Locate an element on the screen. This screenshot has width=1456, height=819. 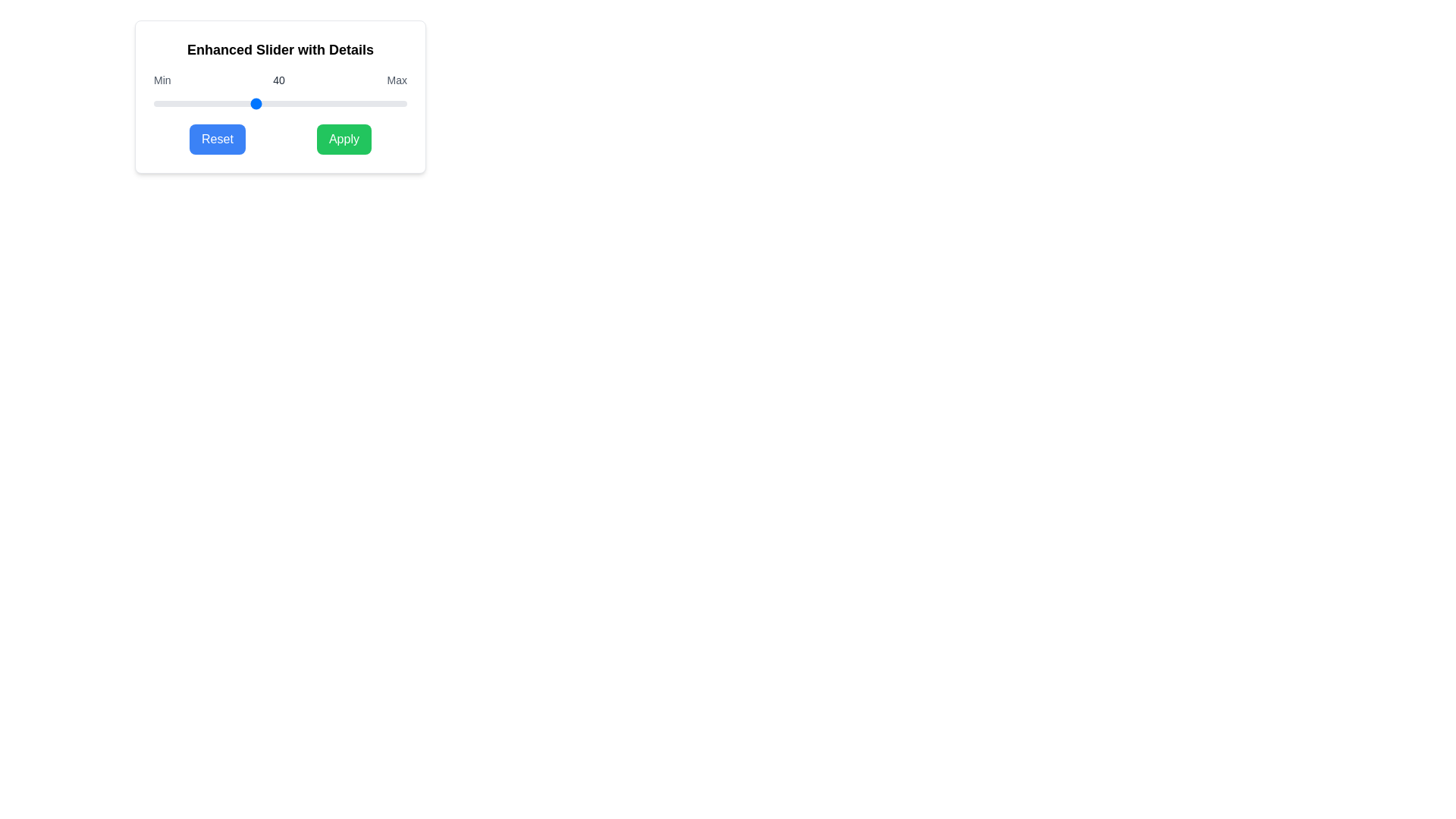
the slider is located at coordinates (234, 103).